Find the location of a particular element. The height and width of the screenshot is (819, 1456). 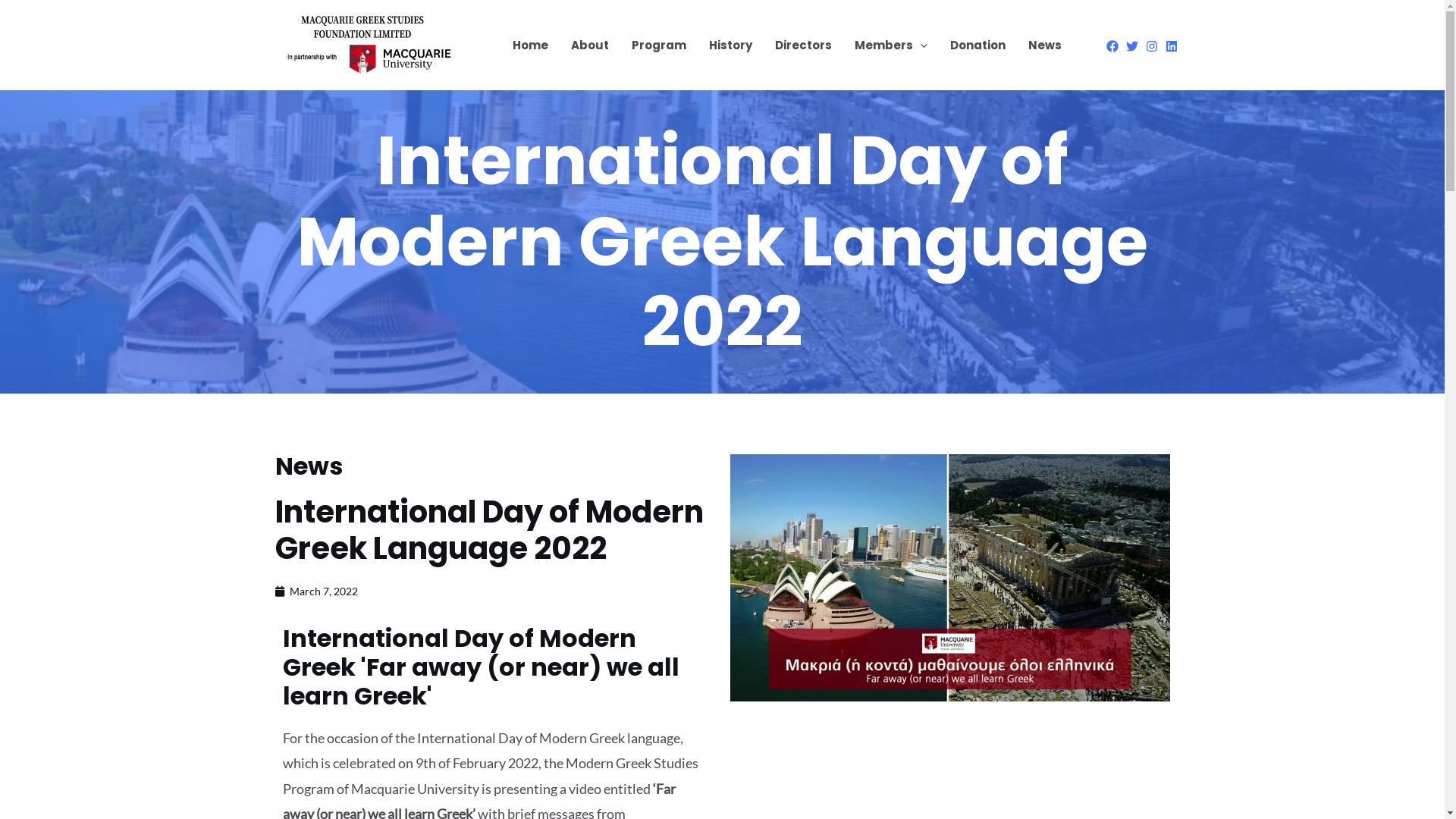

'Program' is located at coordinates (658, 45).